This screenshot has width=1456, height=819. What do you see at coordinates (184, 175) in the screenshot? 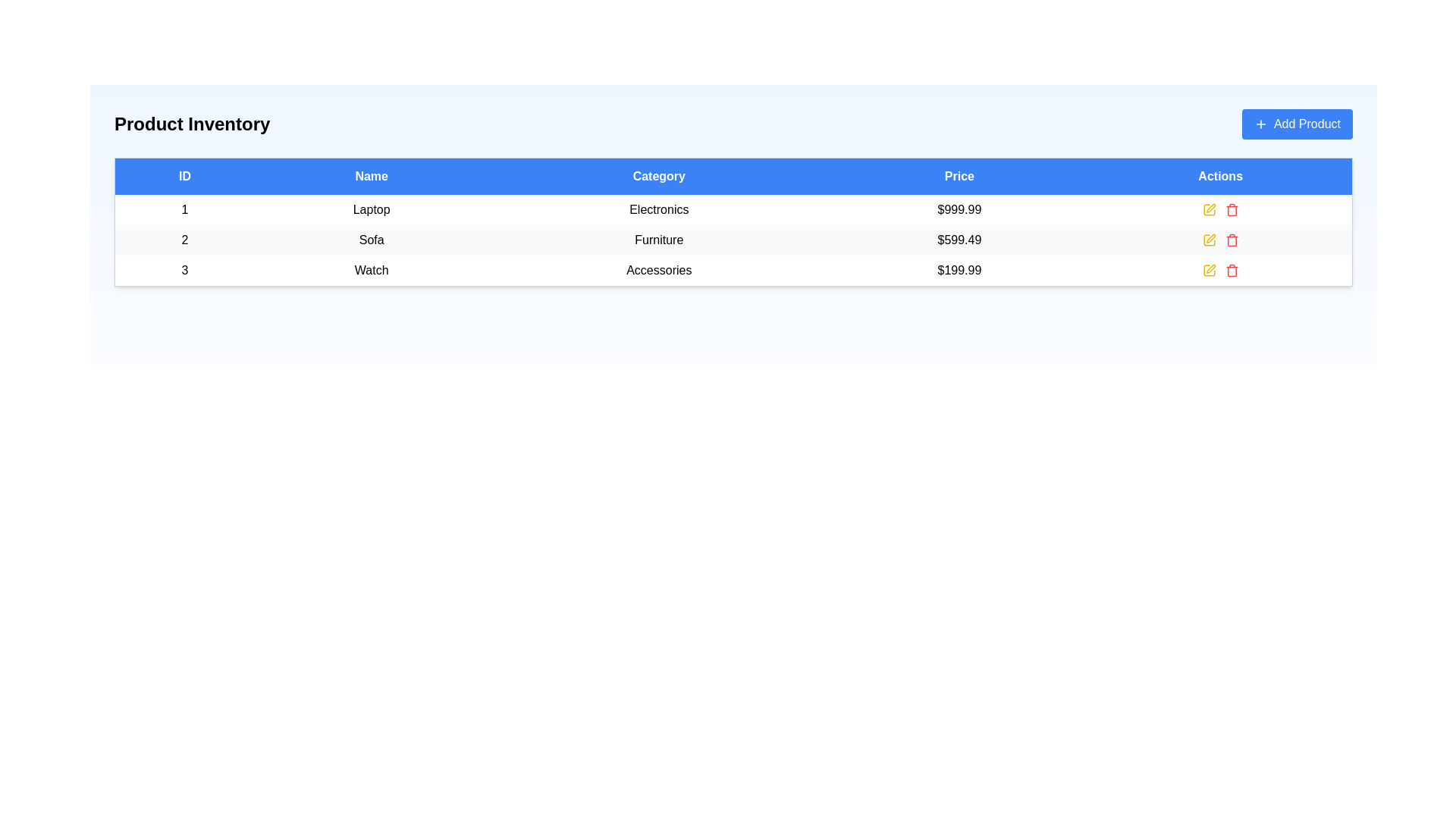
I see `the 'ID' column header cell in the data table, which is the leftmost header adjacent to the 'Name' header` at bounding box center [184, 175].